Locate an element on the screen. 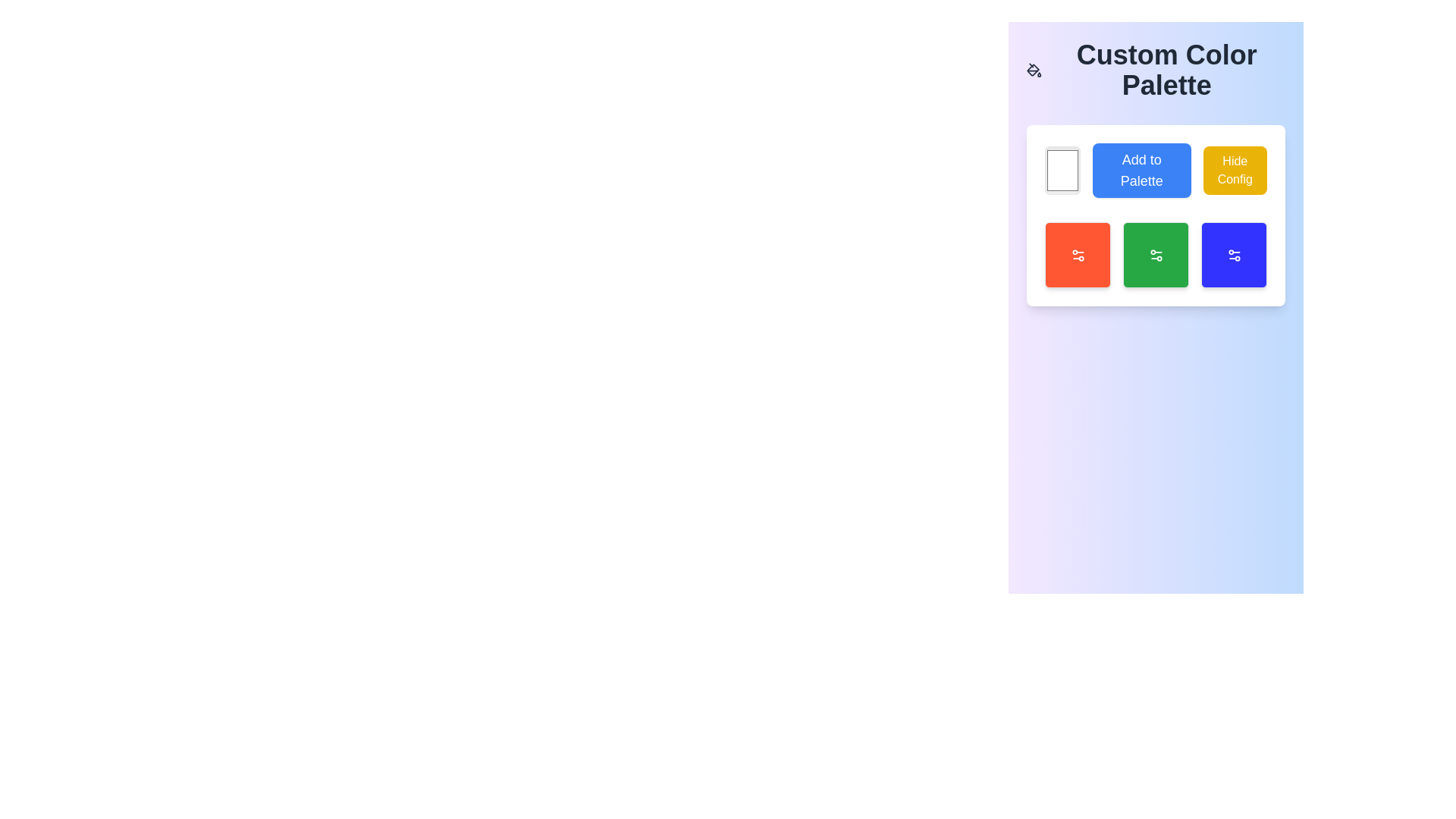  the rectangular button with a blue background and white text reading 'Add to Palette' is located at coordinates (1141, 170).